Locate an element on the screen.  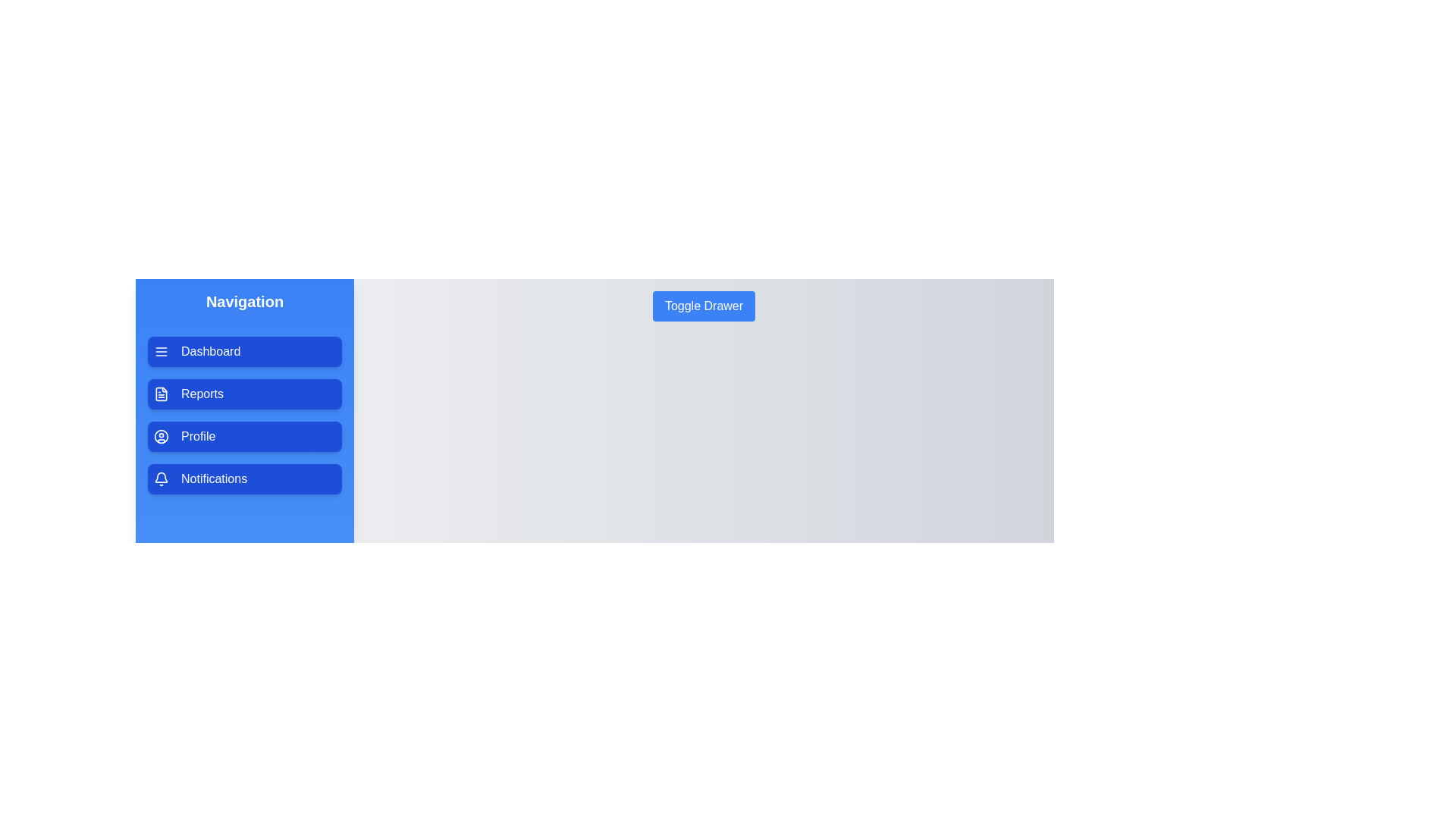
the 'Navigation' title text in the drawer is located at coordinates (244, 301).